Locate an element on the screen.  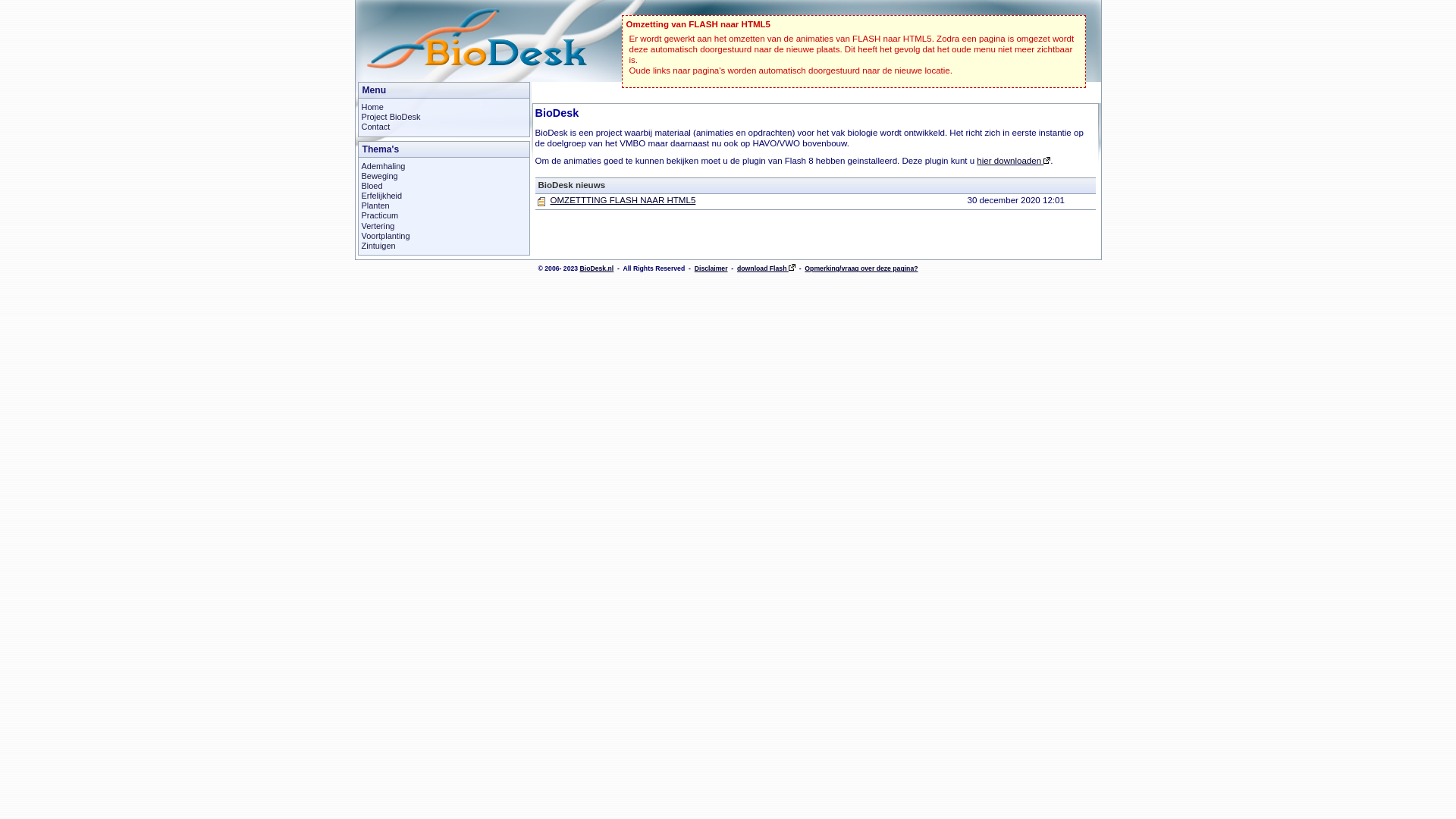
'OMZETTTING FLASH NAAR HTML5' is located at coordinates (623, 199).